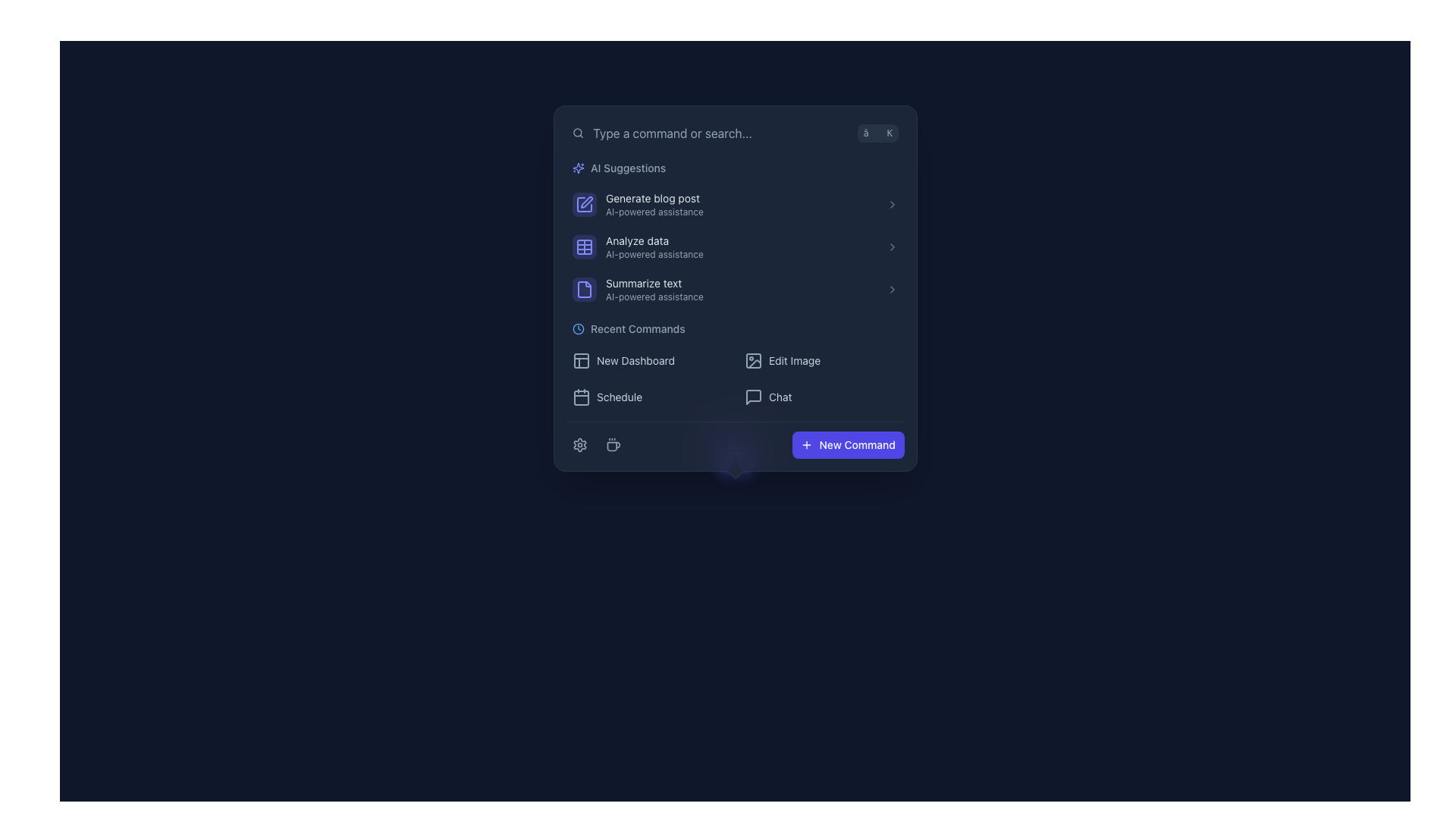 This screenshot has height=819, width=1456. Describe the element at coordinates (579, 444) in the screenshot. I see `the gear-shaped icon button representing settings, located in the bottom-left region of the dialog box` at that location.